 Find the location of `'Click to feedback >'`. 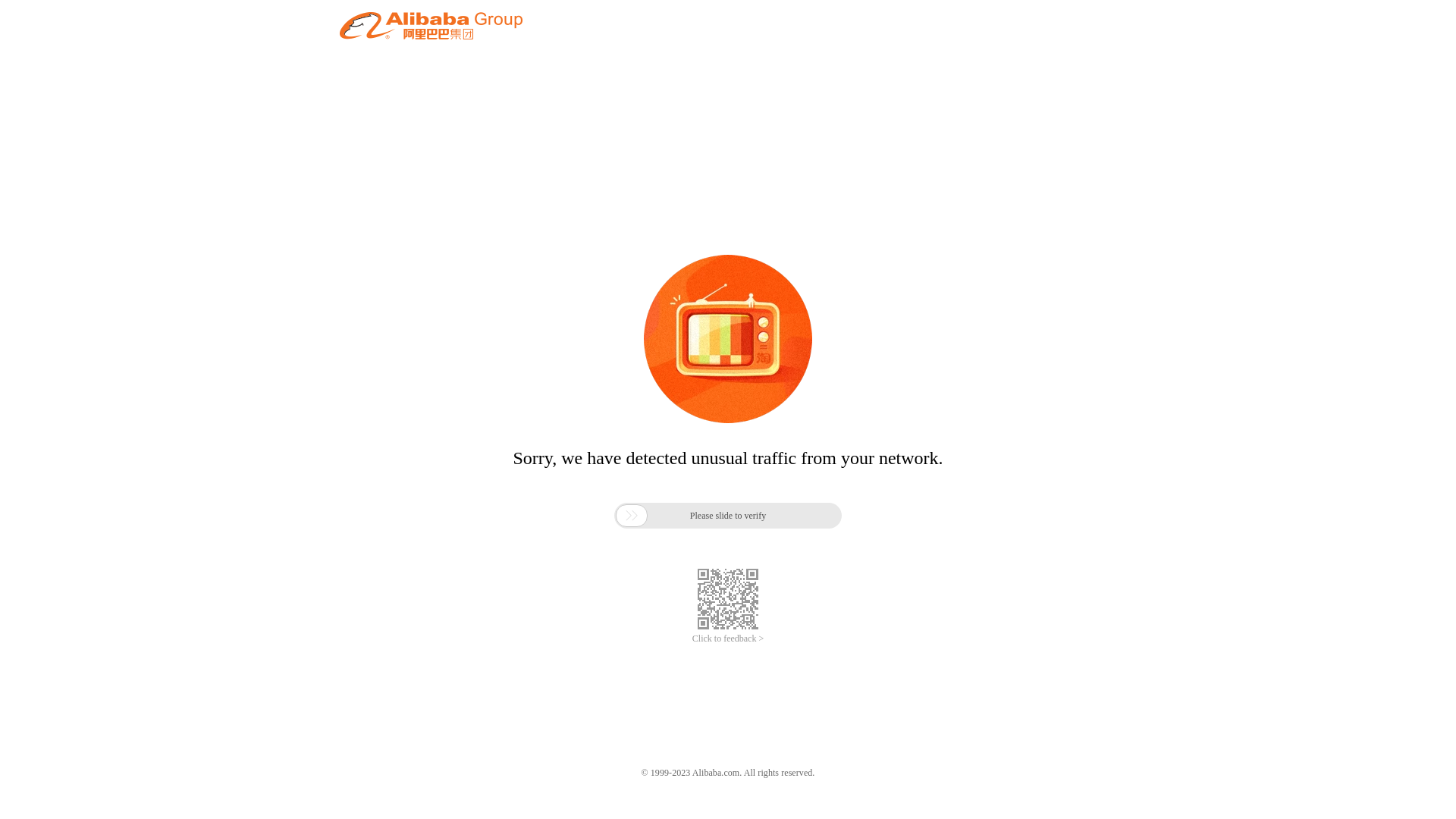

'Click to feedback >' is located at coordinates (728, 639).